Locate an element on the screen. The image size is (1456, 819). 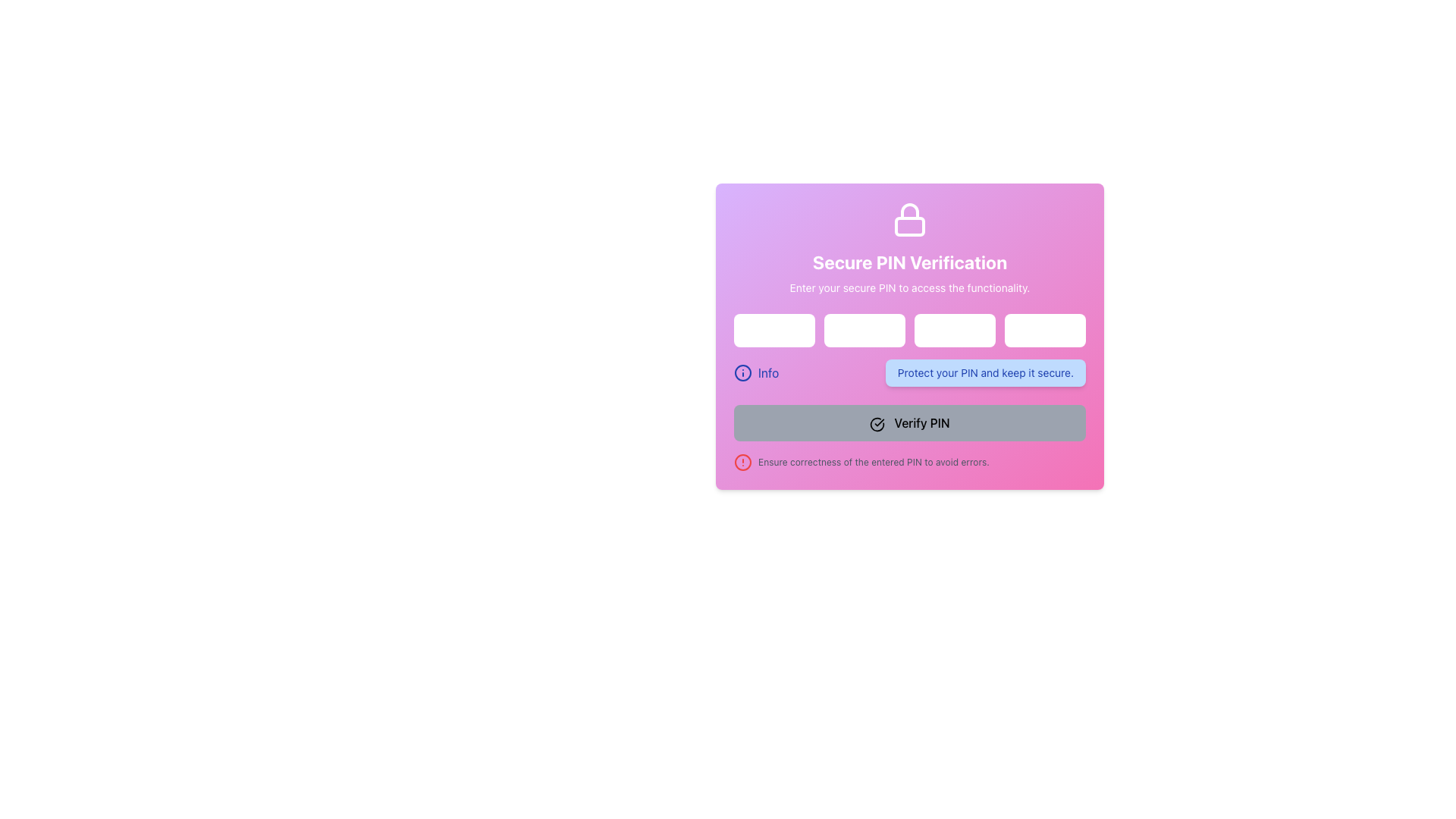
the button adjacent to the 'Verify PIN' label, which is indicated by the icon signifying a successful action is located at coordinates (877, 424).